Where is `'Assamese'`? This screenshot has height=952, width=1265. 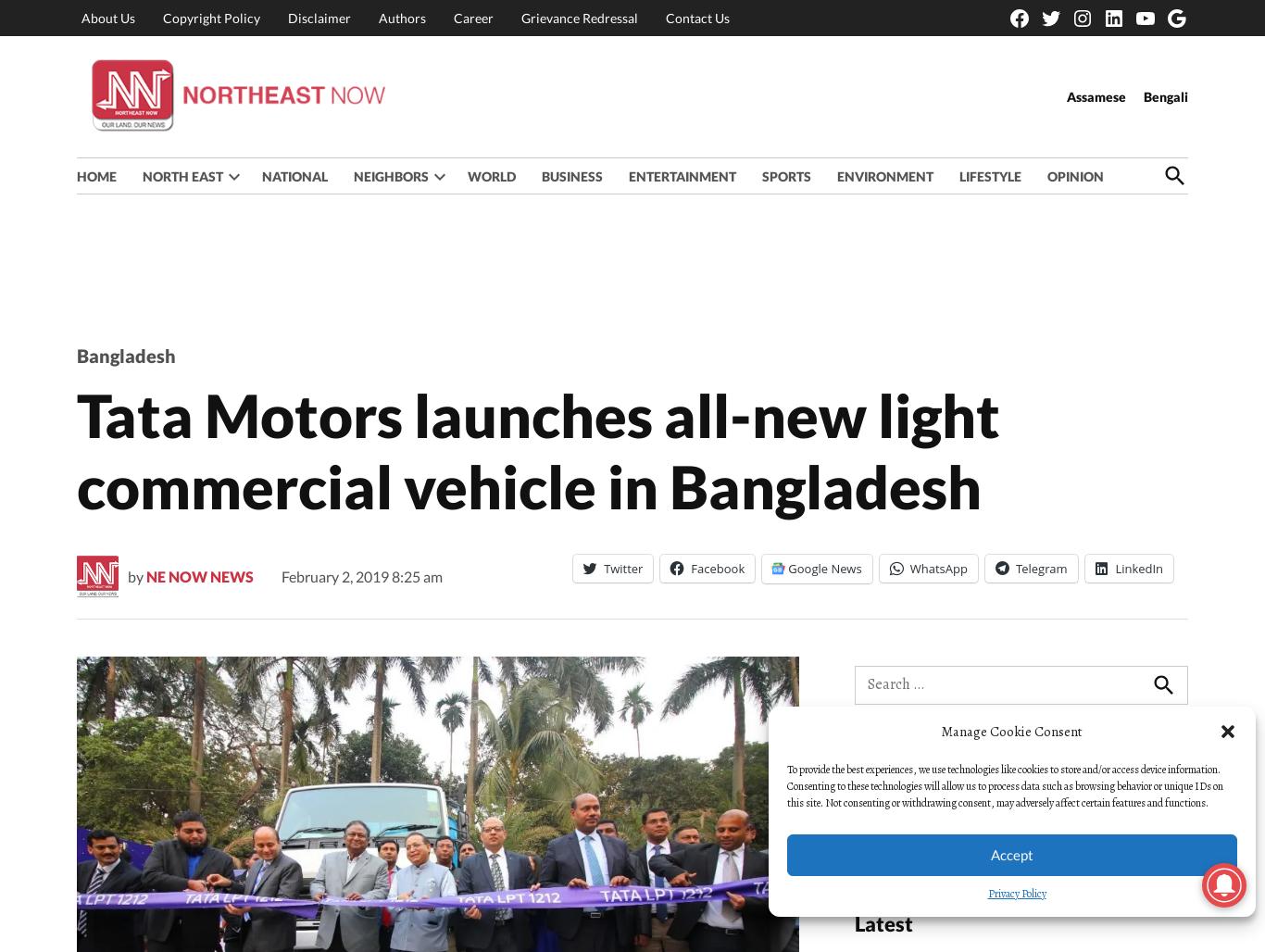
'Assamese' is located at coordinates (1096, 94).